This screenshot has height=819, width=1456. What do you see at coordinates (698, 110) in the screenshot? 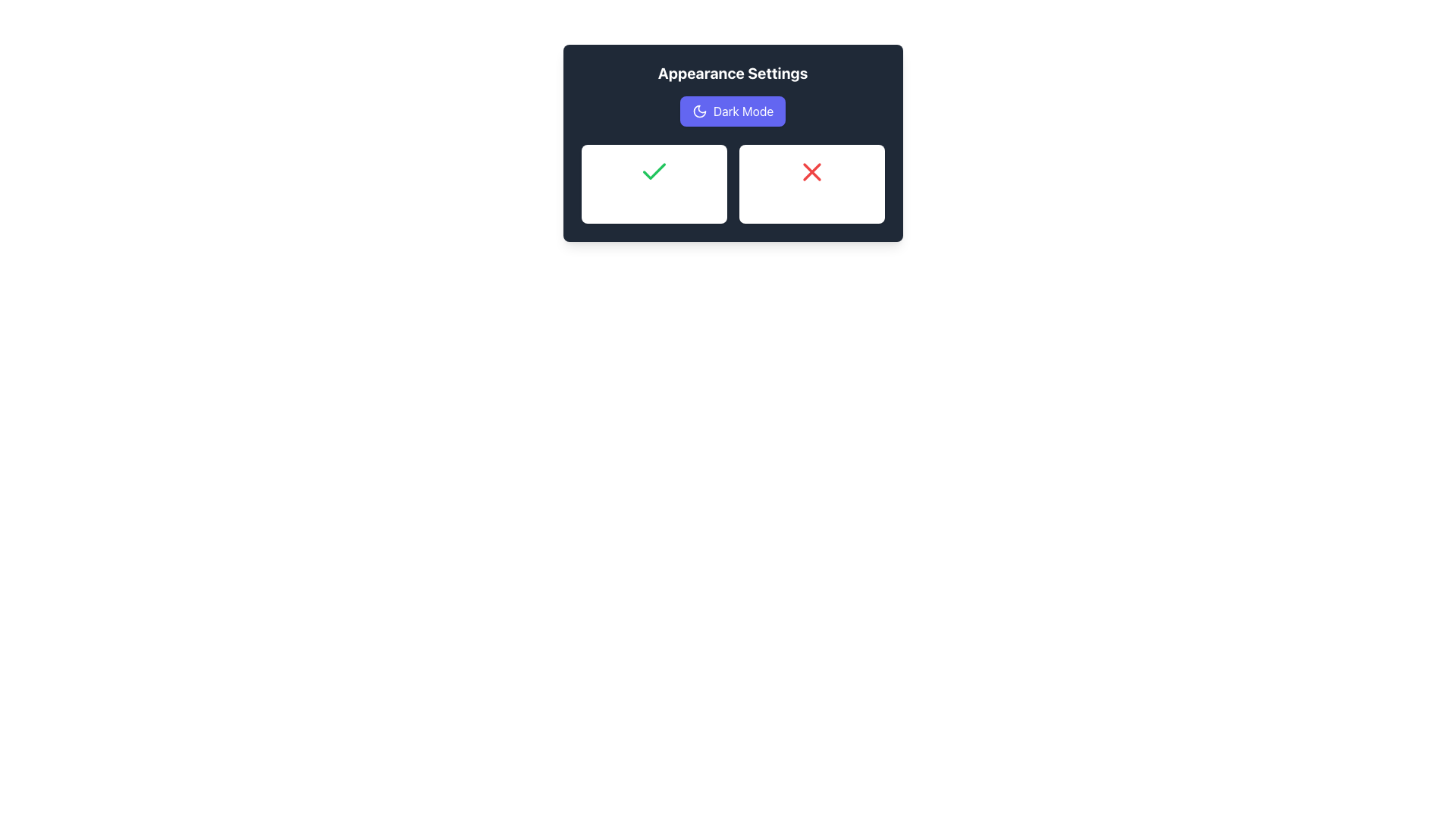
I see `the crescent moon icon within the 'Appearance Settings' section` at bounding box center [698, 110].